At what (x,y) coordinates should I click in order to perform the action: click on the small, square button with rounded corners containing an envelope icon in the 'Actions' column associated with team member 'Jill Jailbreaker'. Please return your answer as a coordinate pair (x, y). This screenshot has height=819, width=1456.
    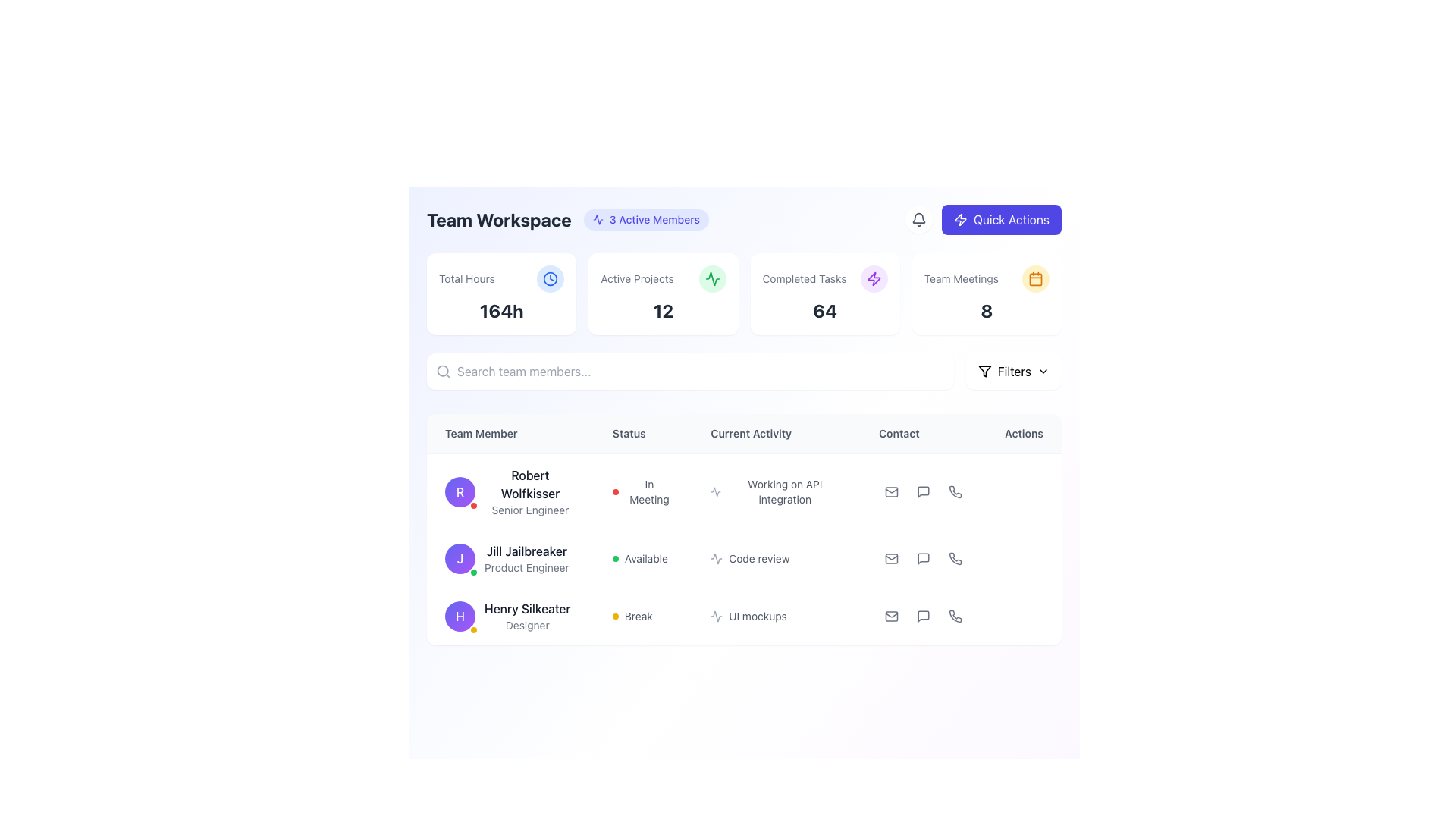
    Looking at the image, I should click on (892, 558).